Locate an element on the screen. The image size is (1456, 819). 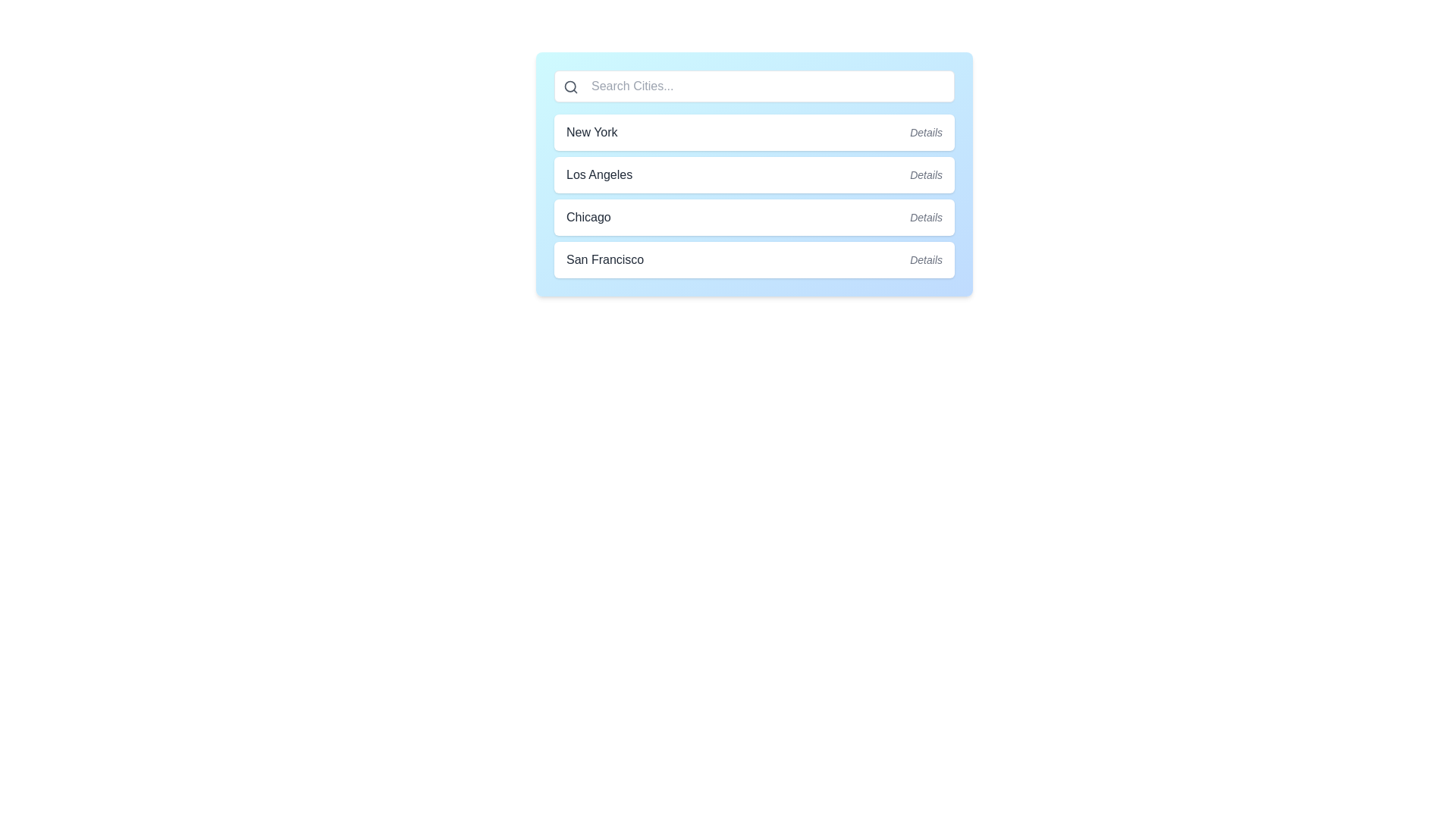
the 'Details' text label, which is styled with a smaller font size, italicized, and gray in color is located at coordinates (925, 217).